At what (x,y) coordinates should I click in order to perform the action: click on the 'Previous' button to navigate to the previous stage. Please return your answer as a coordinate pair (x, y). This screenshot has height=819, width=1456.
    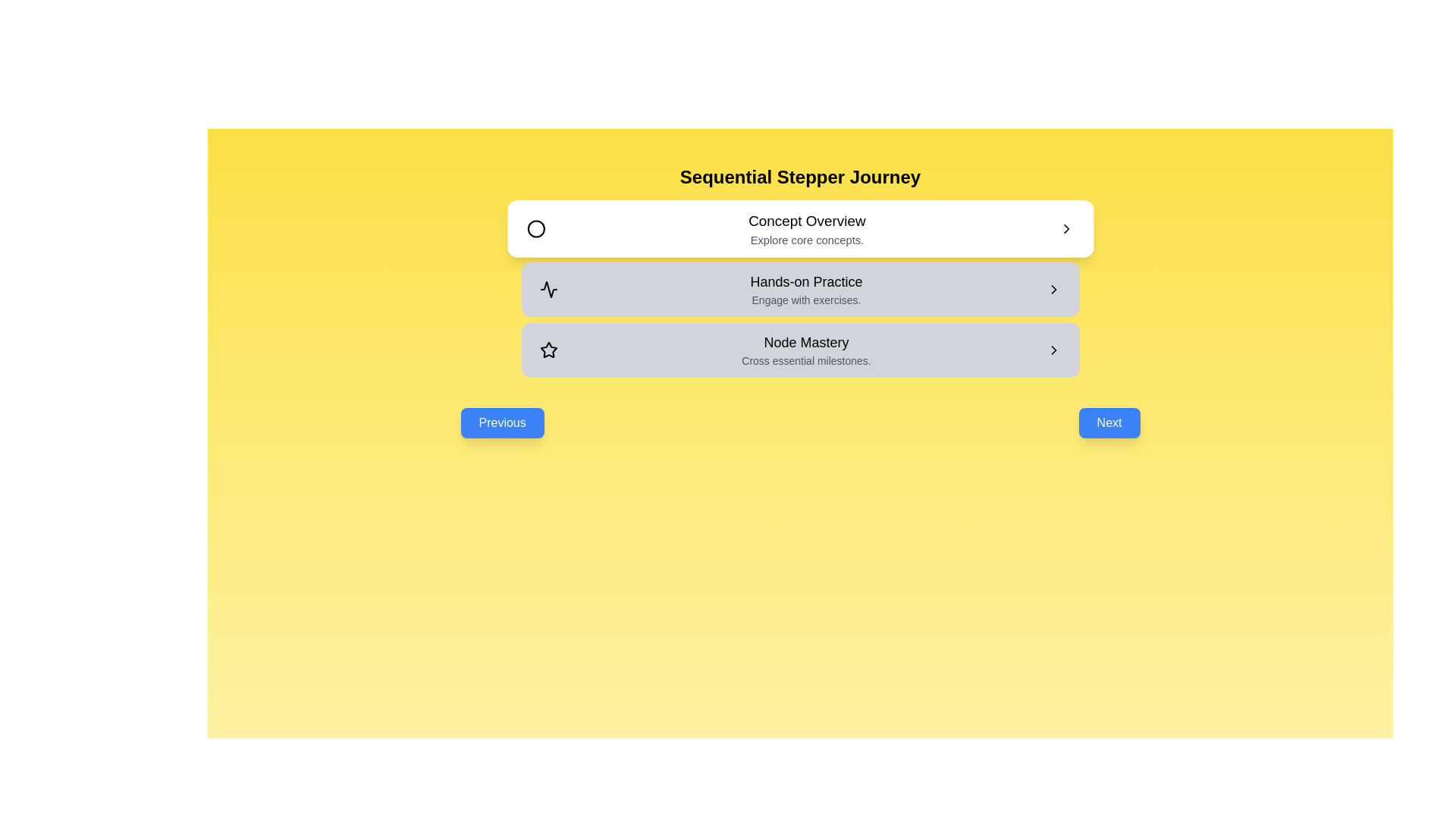
    Looking at the image, I should click on (502, 423).